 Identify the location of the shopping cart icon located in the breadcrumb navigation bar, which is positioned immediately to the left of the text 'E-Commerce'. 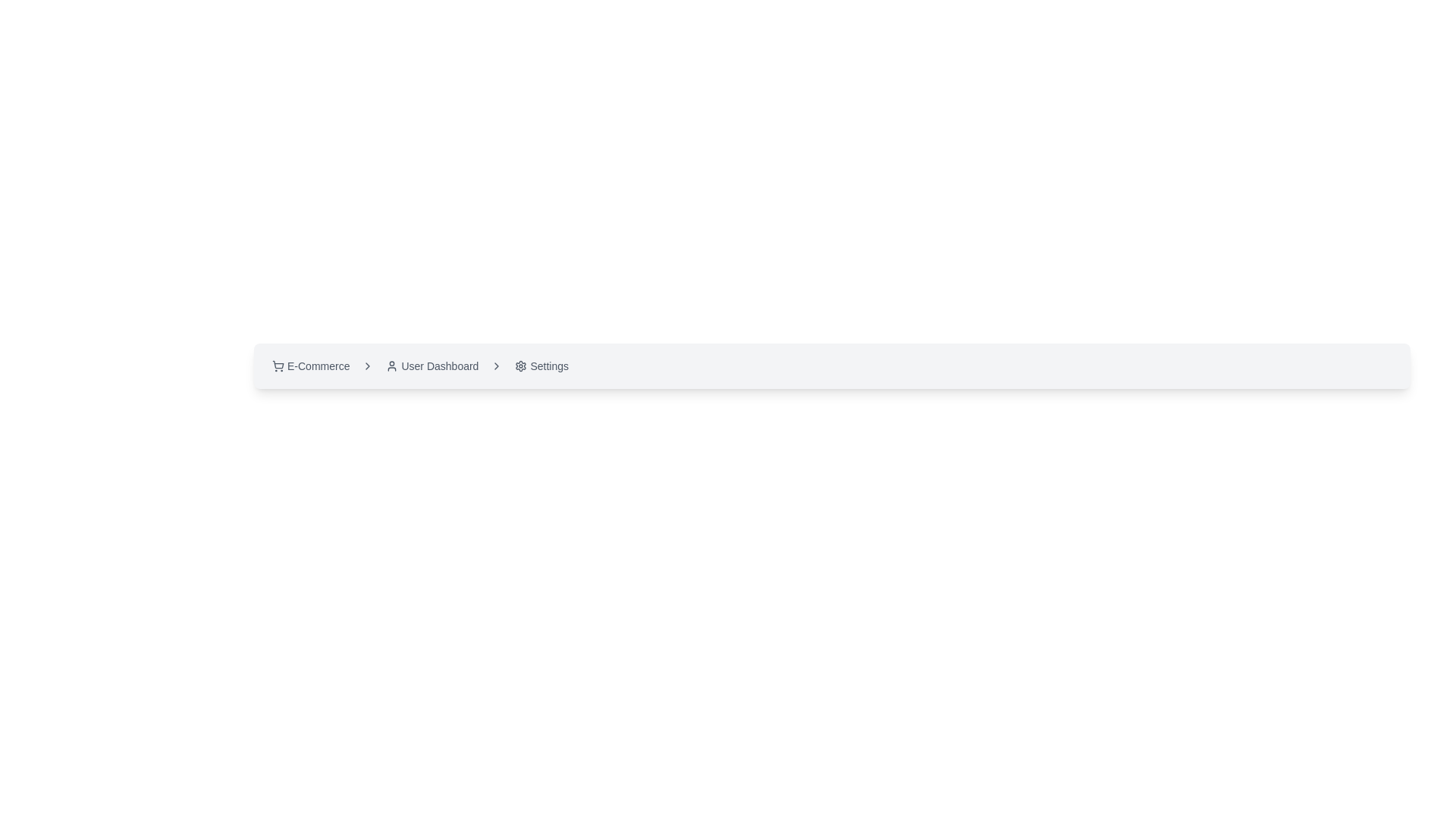
(278, 365).